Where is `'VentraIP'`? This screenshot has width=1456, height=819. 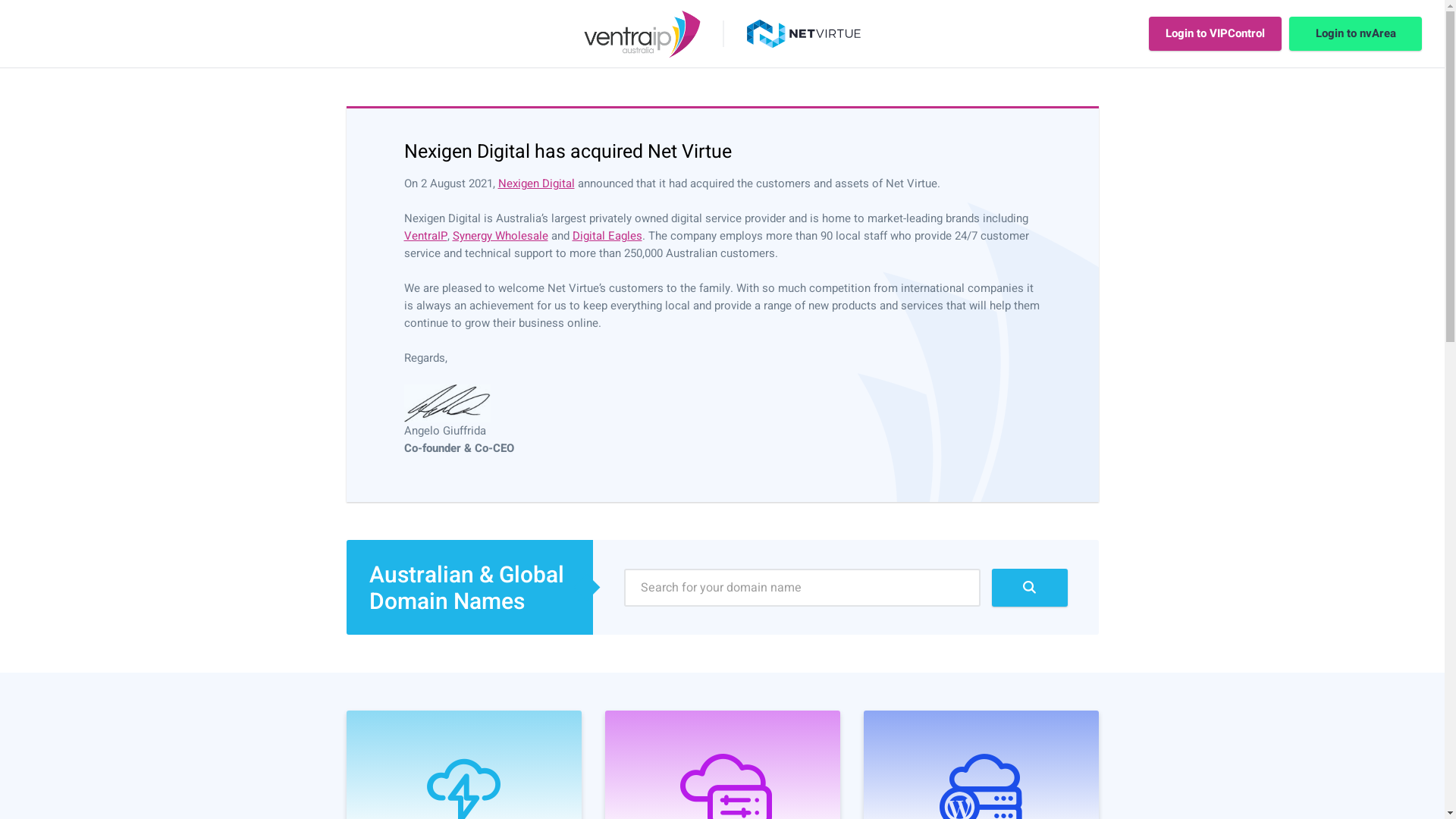 'VentraIP' is located at coordinates (403, 236).